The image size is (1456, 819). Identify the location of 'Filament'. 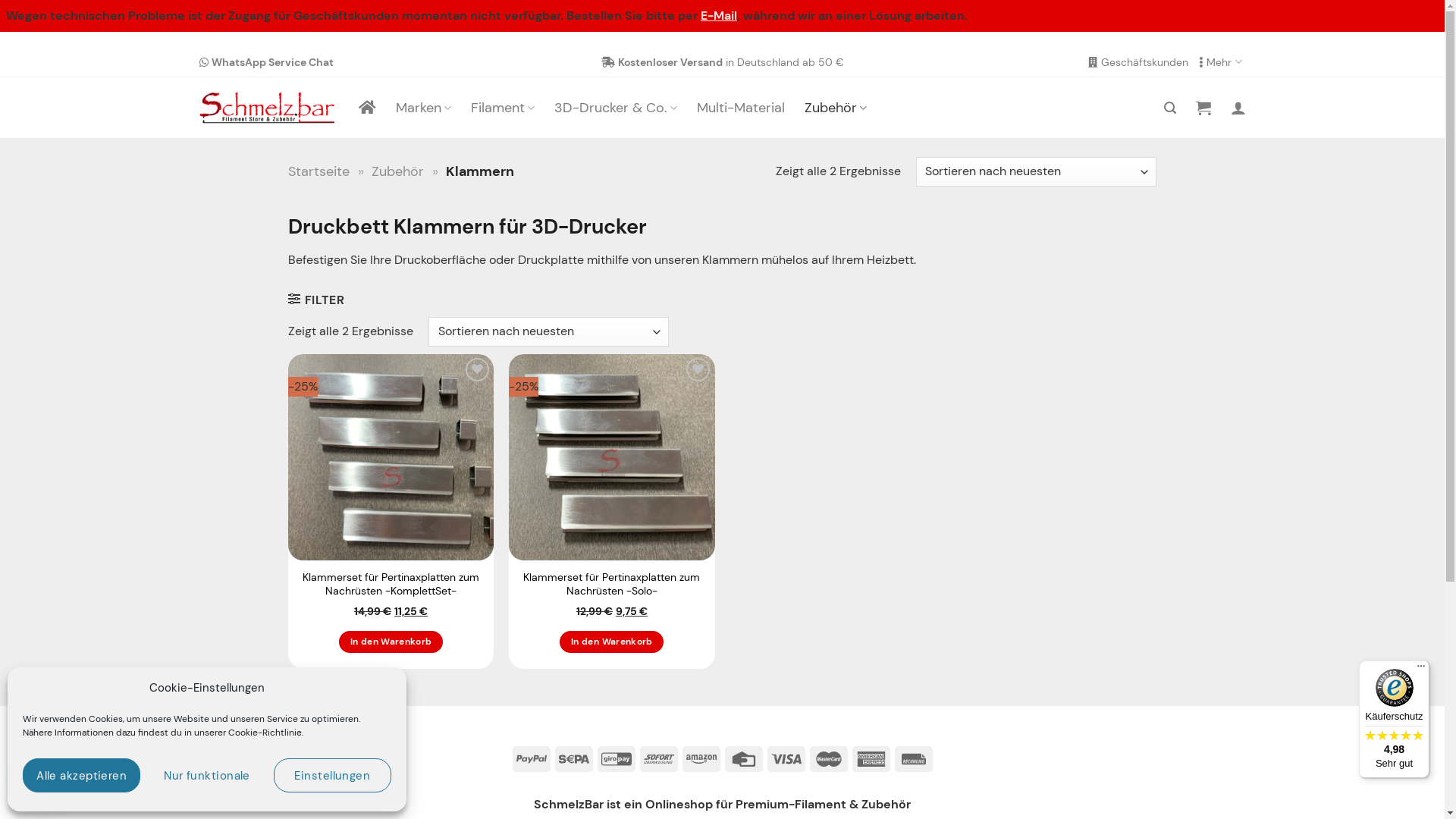
(502, 107).